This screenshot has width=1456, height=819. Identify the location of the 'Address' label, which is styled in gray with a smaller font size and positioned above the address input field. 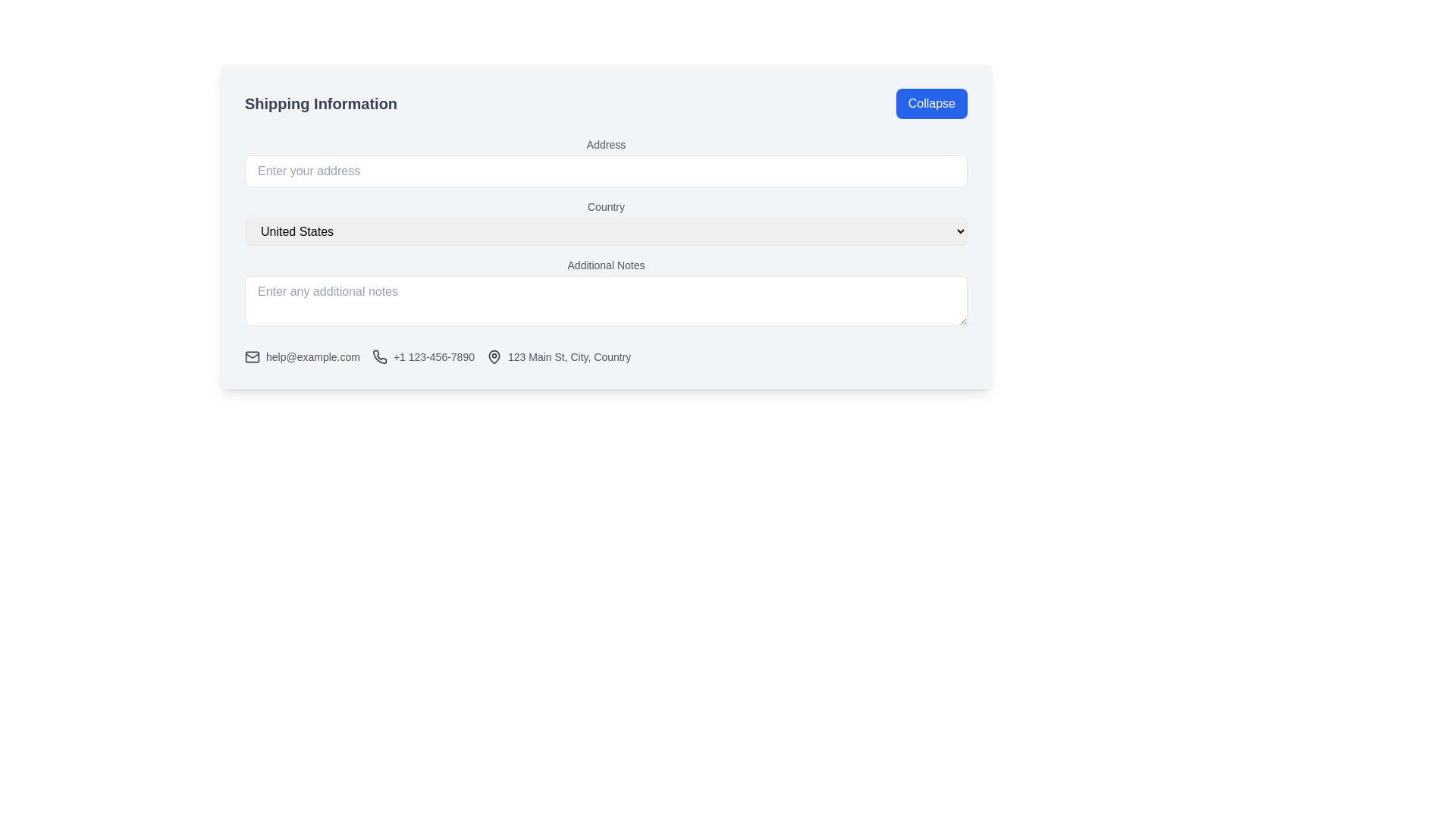
(605, 145).